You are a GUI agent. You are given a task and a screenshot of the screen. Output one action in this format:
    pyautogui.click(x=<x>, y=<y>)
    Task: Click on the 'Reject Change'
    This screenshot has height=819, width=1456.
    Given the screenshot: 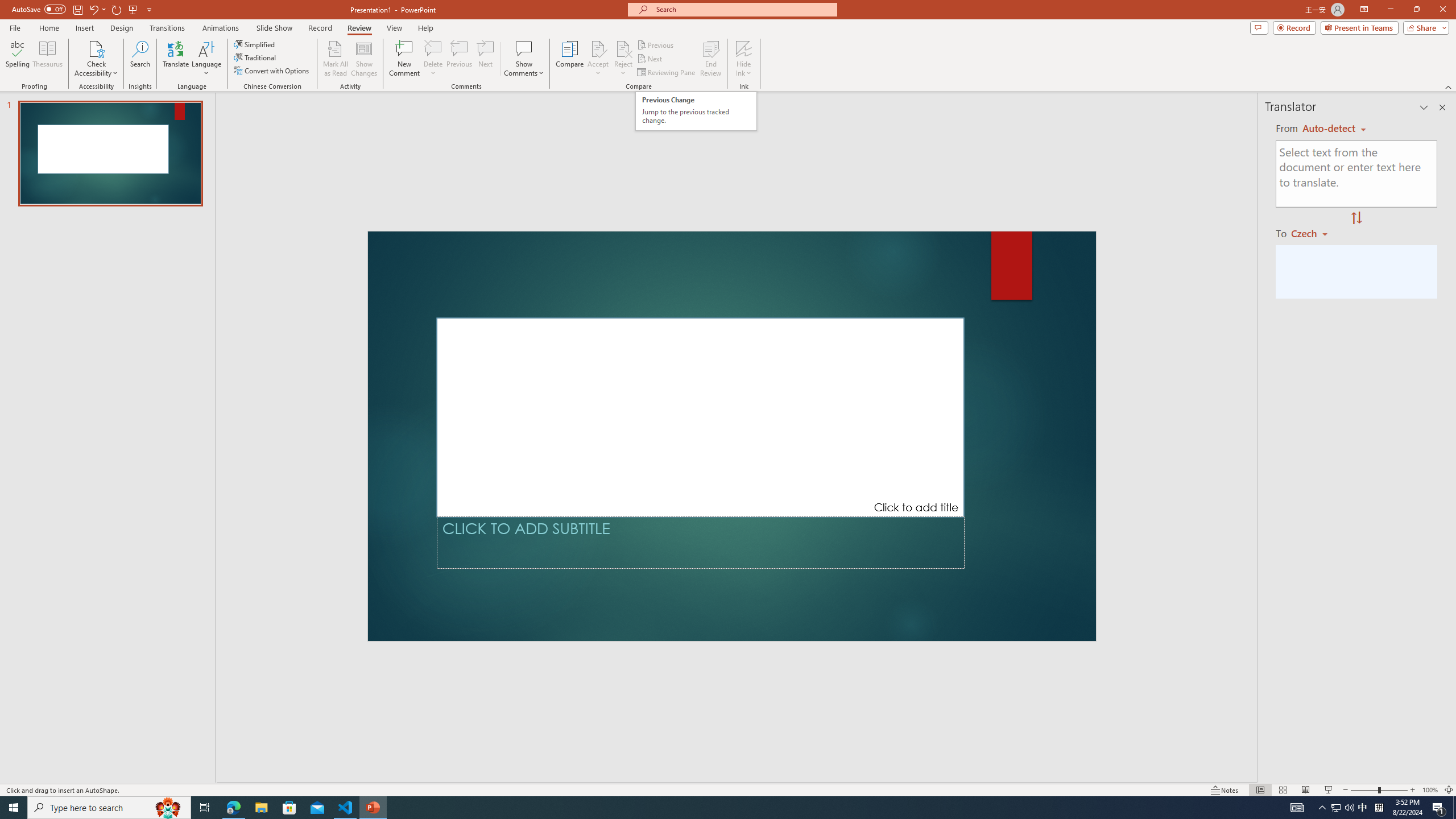 What is the action you would take?
    pyautogui.click(x=622, y=48)
    